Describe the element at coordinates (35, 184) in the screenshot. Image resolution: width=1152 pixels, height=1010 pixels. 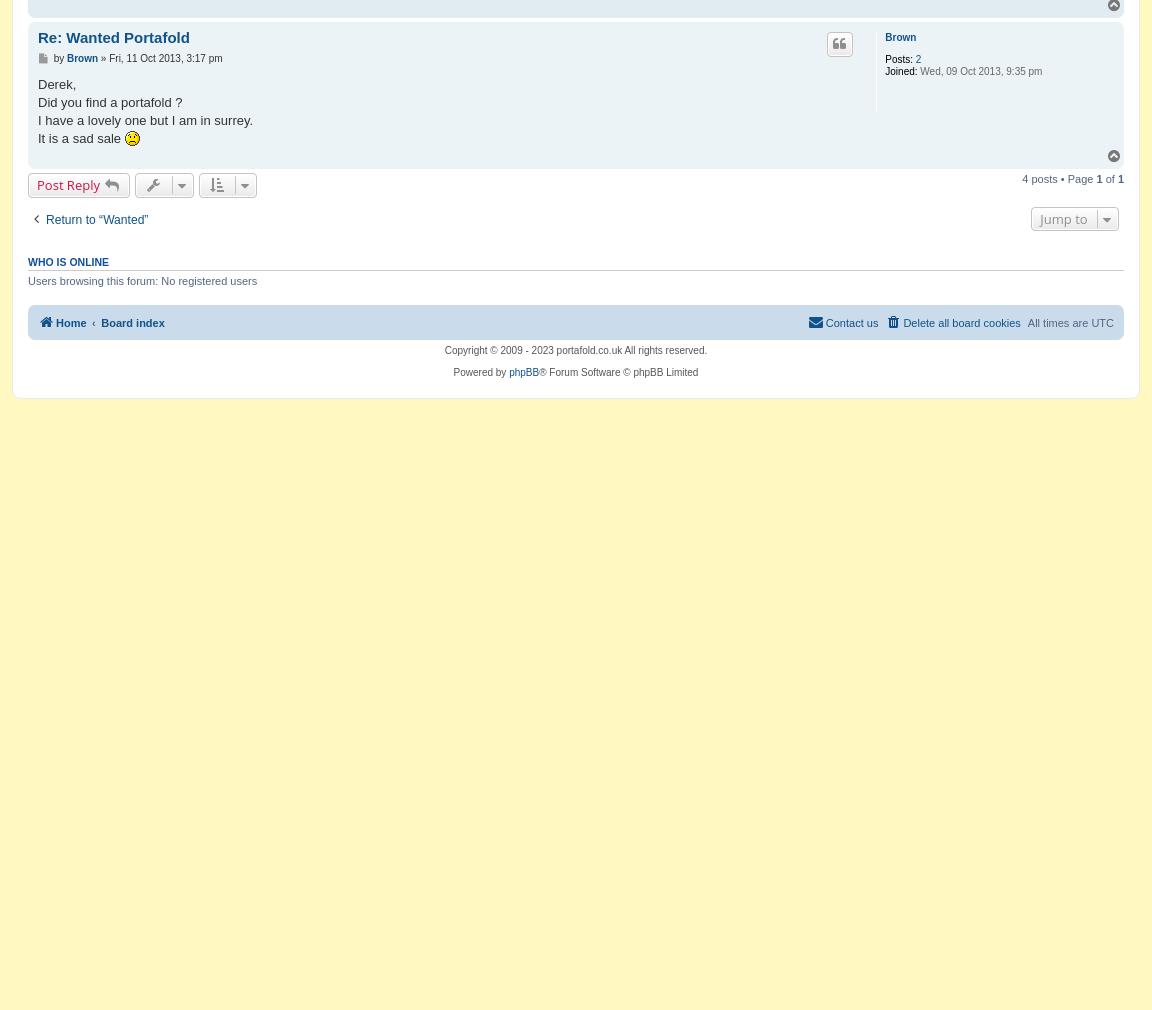
I see `'Post Reply'` at that location.